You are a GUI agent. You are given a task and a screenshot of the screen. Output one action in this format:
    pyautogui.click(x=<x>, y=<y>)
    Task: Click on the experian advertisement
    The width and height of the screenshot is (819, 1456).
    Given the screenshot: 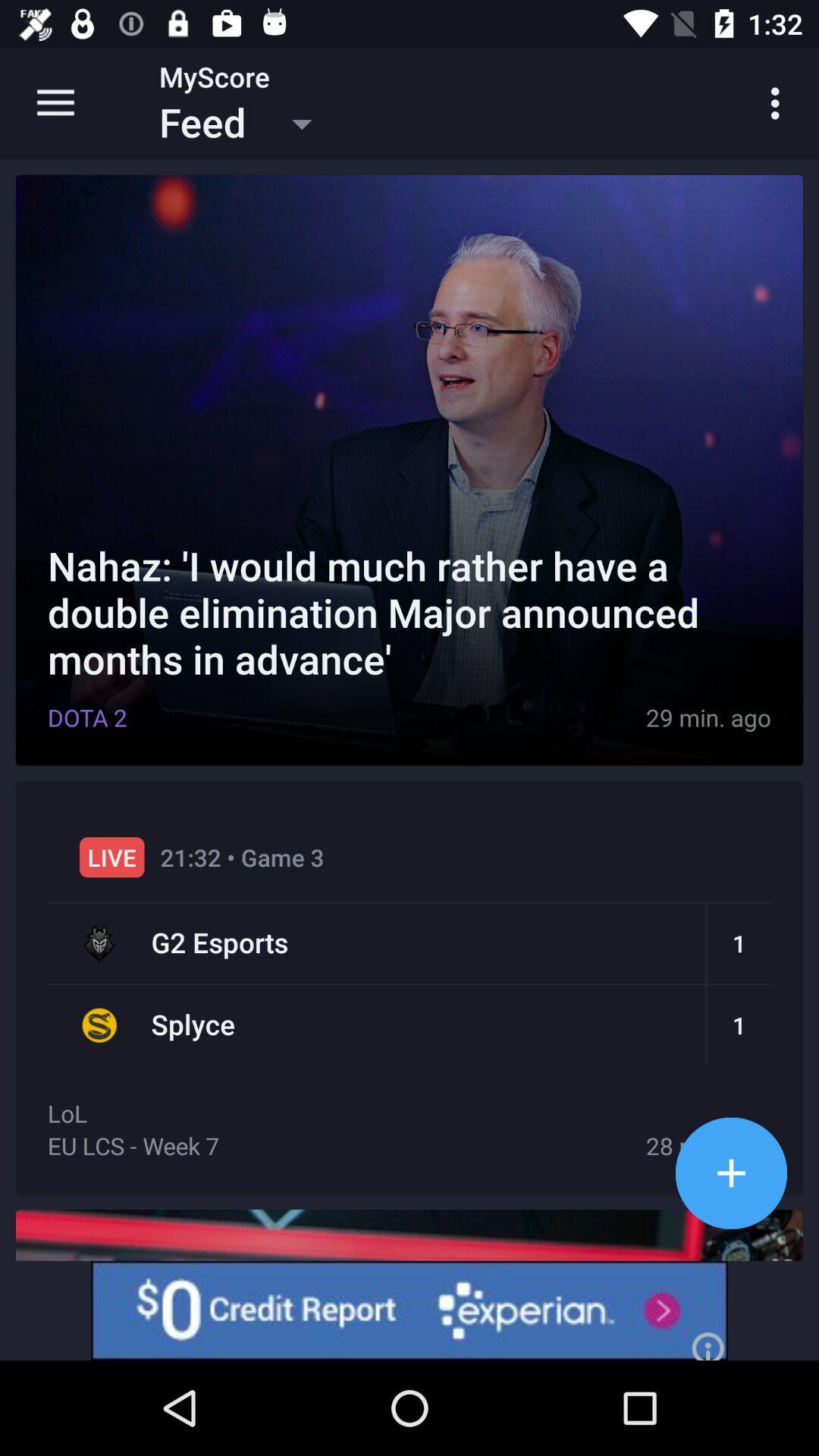 What is the action you would take?
    pyautogui.click(x=409, y=1310)
    